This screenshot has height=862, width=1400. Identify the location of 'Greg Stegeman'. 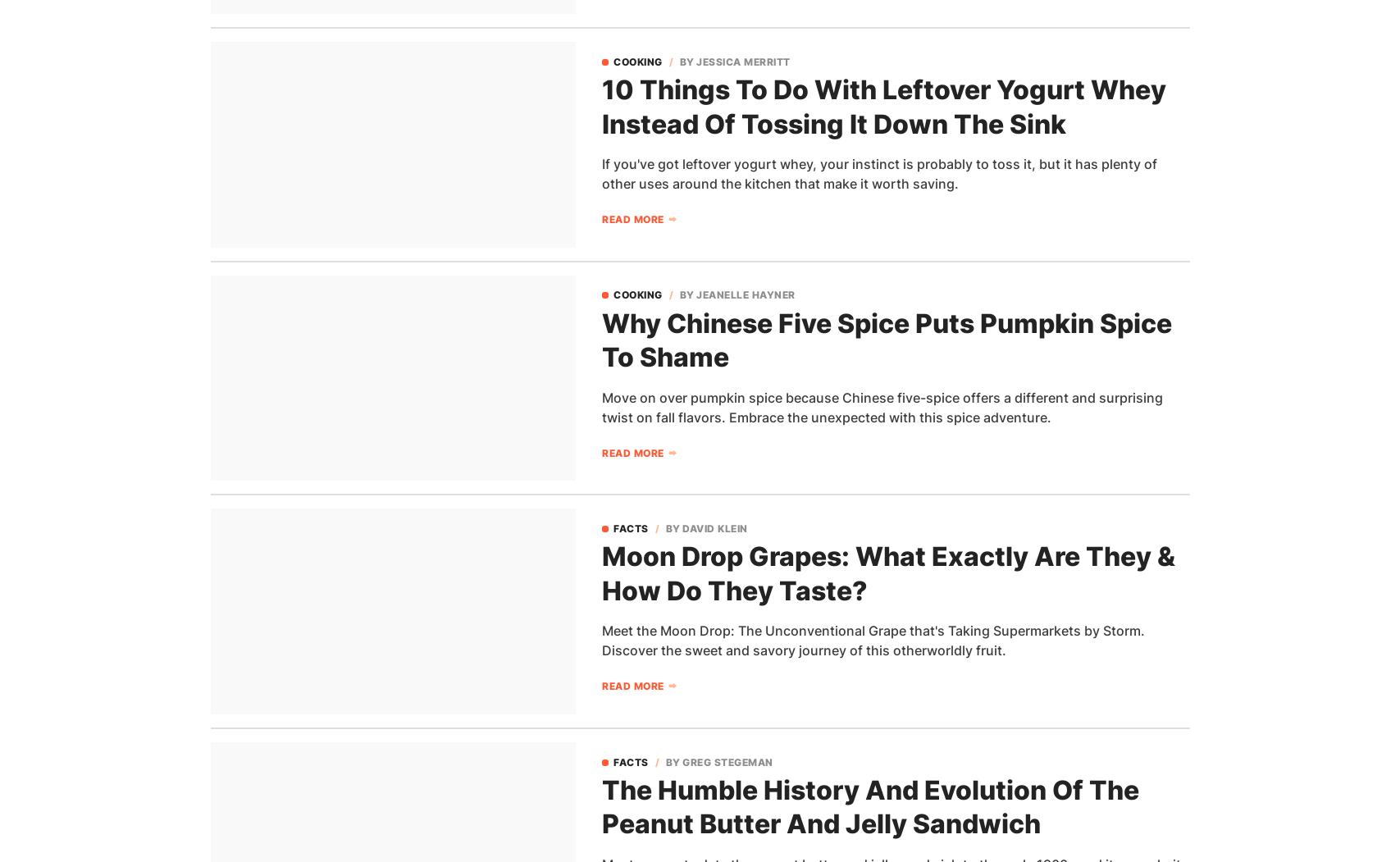
(726, 761).